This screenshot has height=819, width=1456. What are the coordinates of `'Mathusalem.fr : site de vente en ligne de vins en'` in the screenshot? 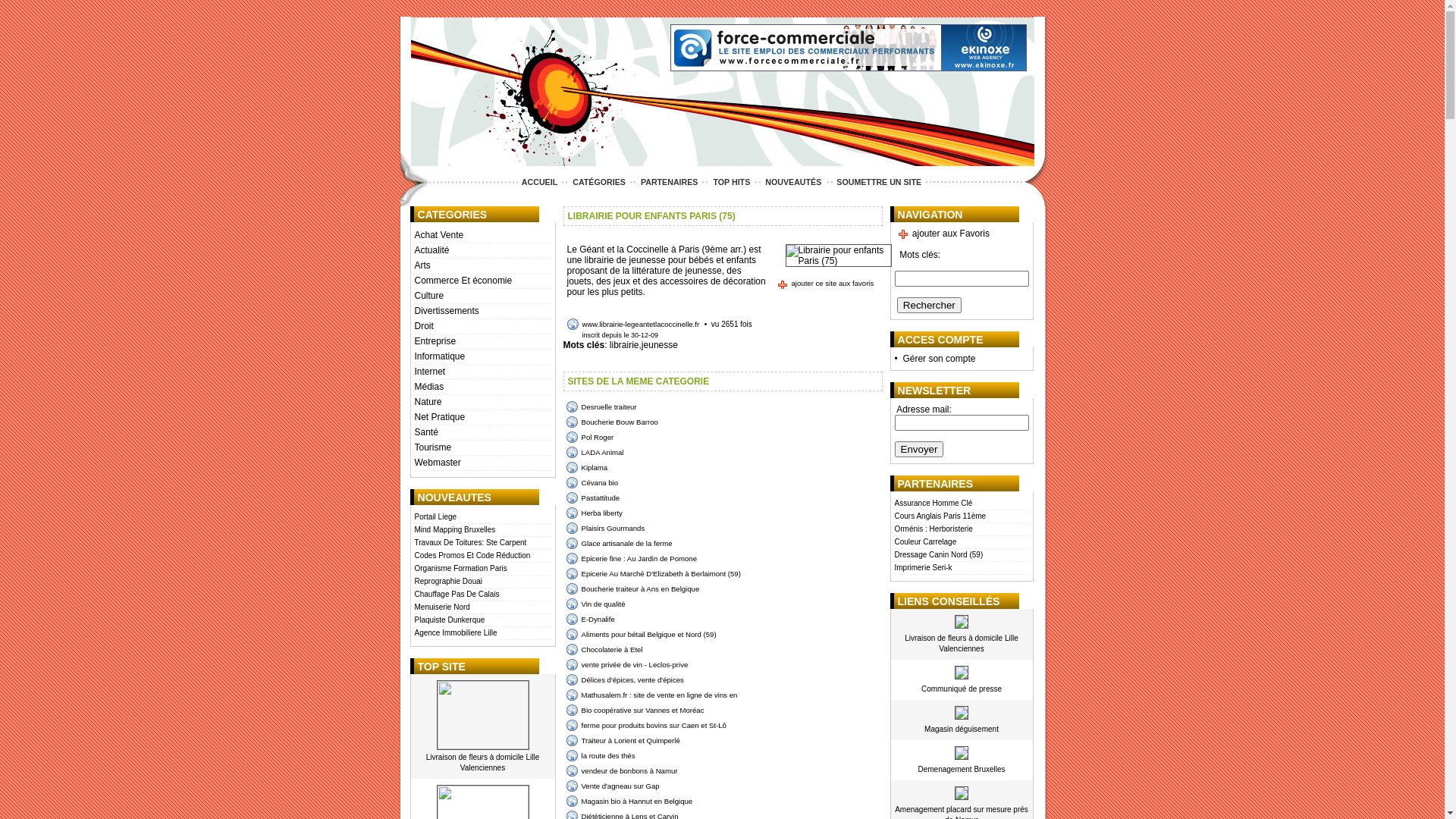 It's located at (651, 695).